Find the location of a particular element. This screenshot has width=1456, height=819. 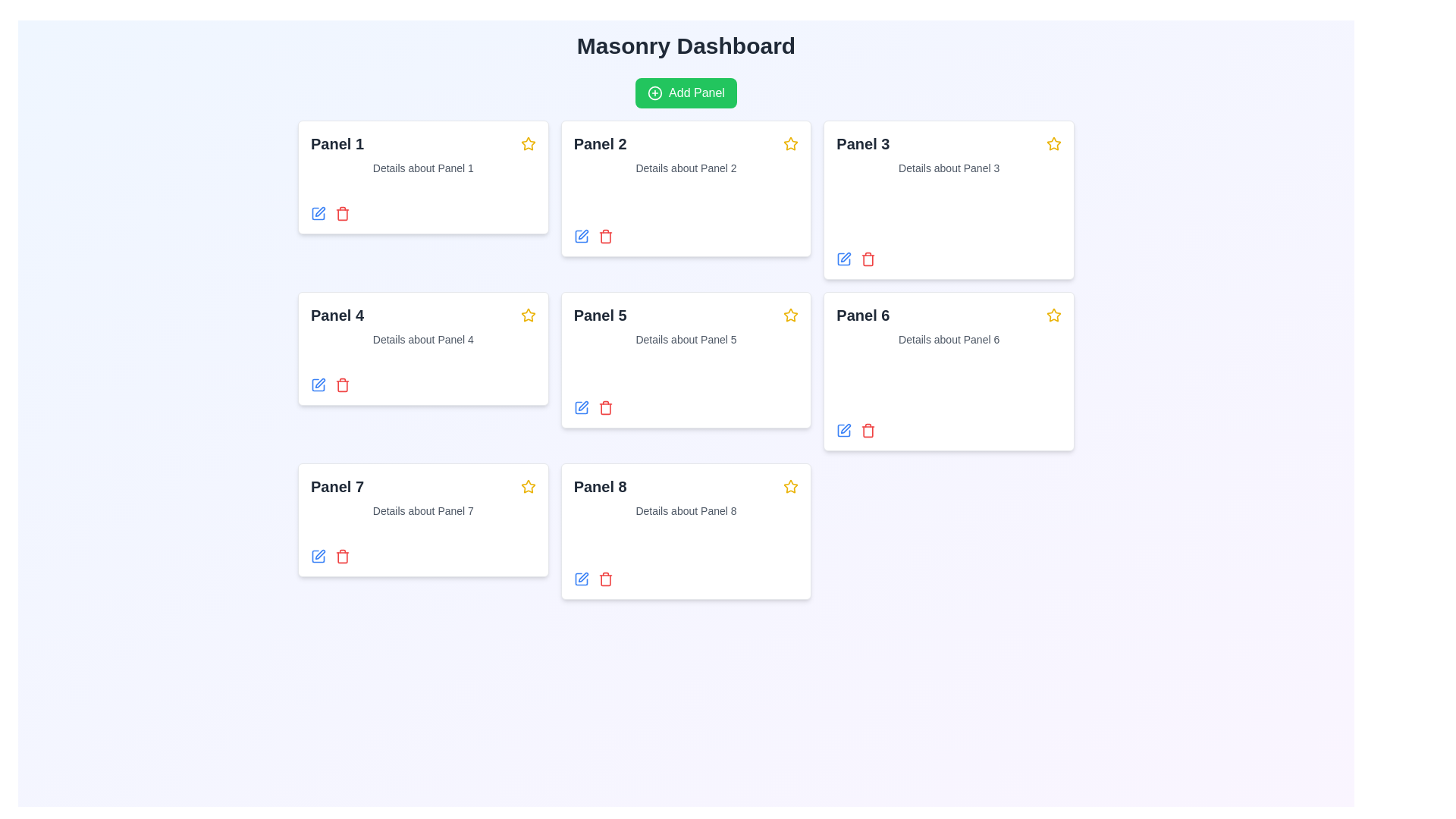

the text label that says 'Details about Panel 4', which is styled in a small, gray font and positioned in the lower section of 'Panel 4' is located at coordinates (423, 338).